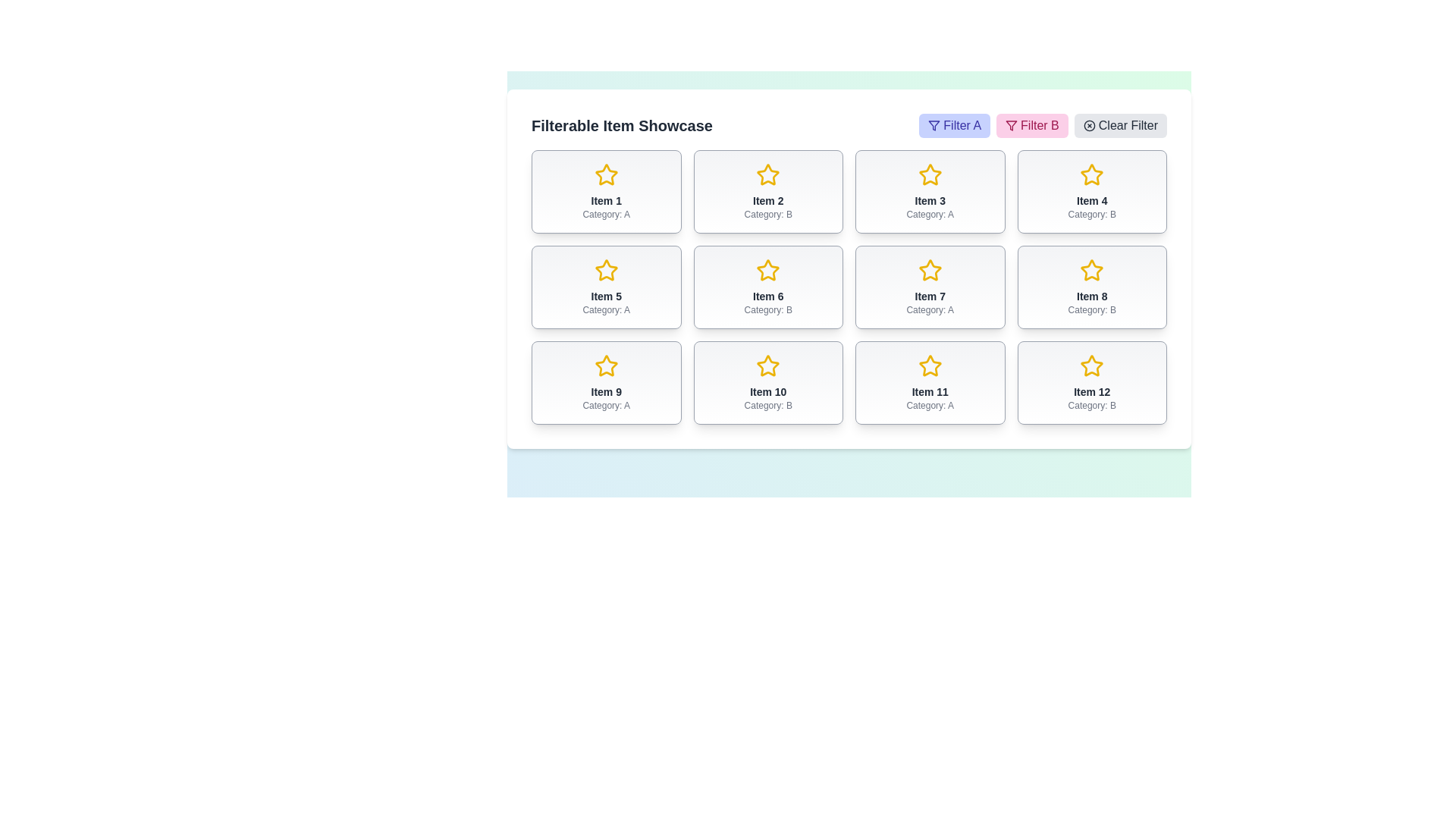  Describe the element at coordinates (929, 214) in the screenshot. I see `the label indicating category (A) positioned below the title 'Item 3' in the bordered card at the top-right of the second row in the grid layout` at that location.